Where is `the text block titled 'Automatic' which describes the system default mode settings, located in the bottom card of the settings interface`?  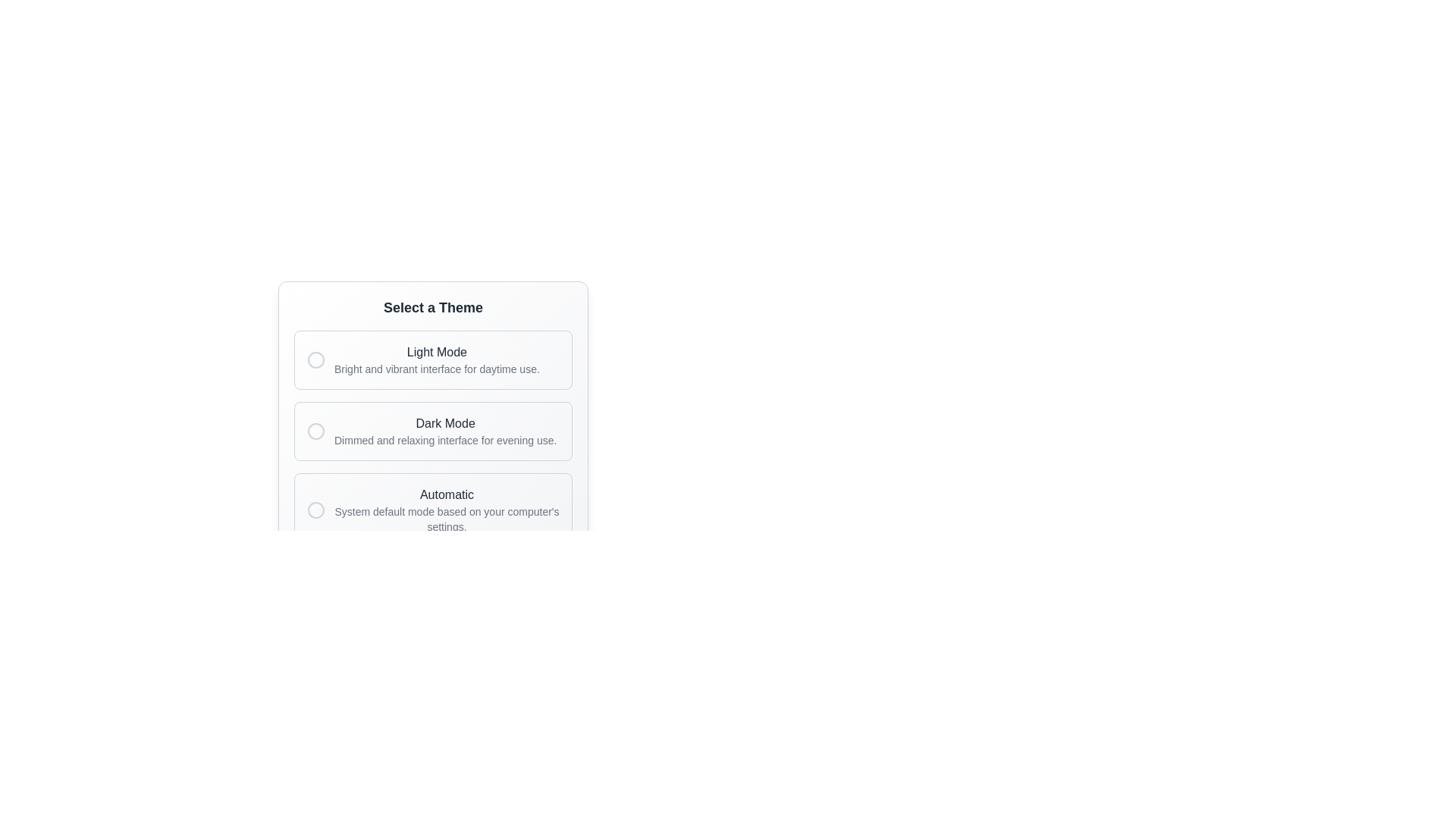 the text block titled 'Automatic' which describes the system default mode settings, located in the bottom card of the settings interface is located at coordinates (446, 510).